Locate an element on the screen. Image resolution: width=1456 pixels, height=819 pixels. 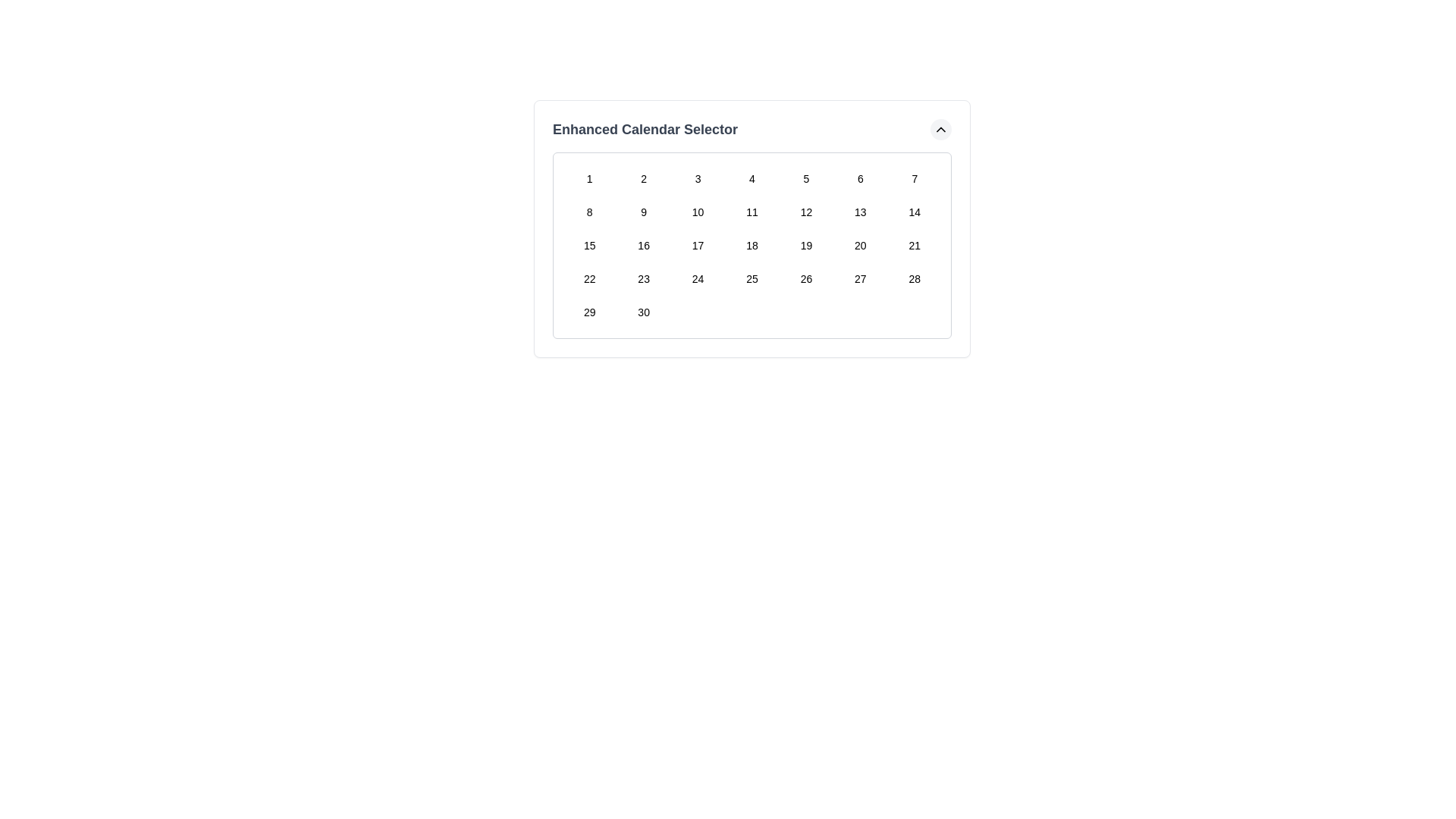
the calendar day button representing the date '20', located in the 6th column of the 3rd row of the calendar grid is located at coordinates (860, 245).